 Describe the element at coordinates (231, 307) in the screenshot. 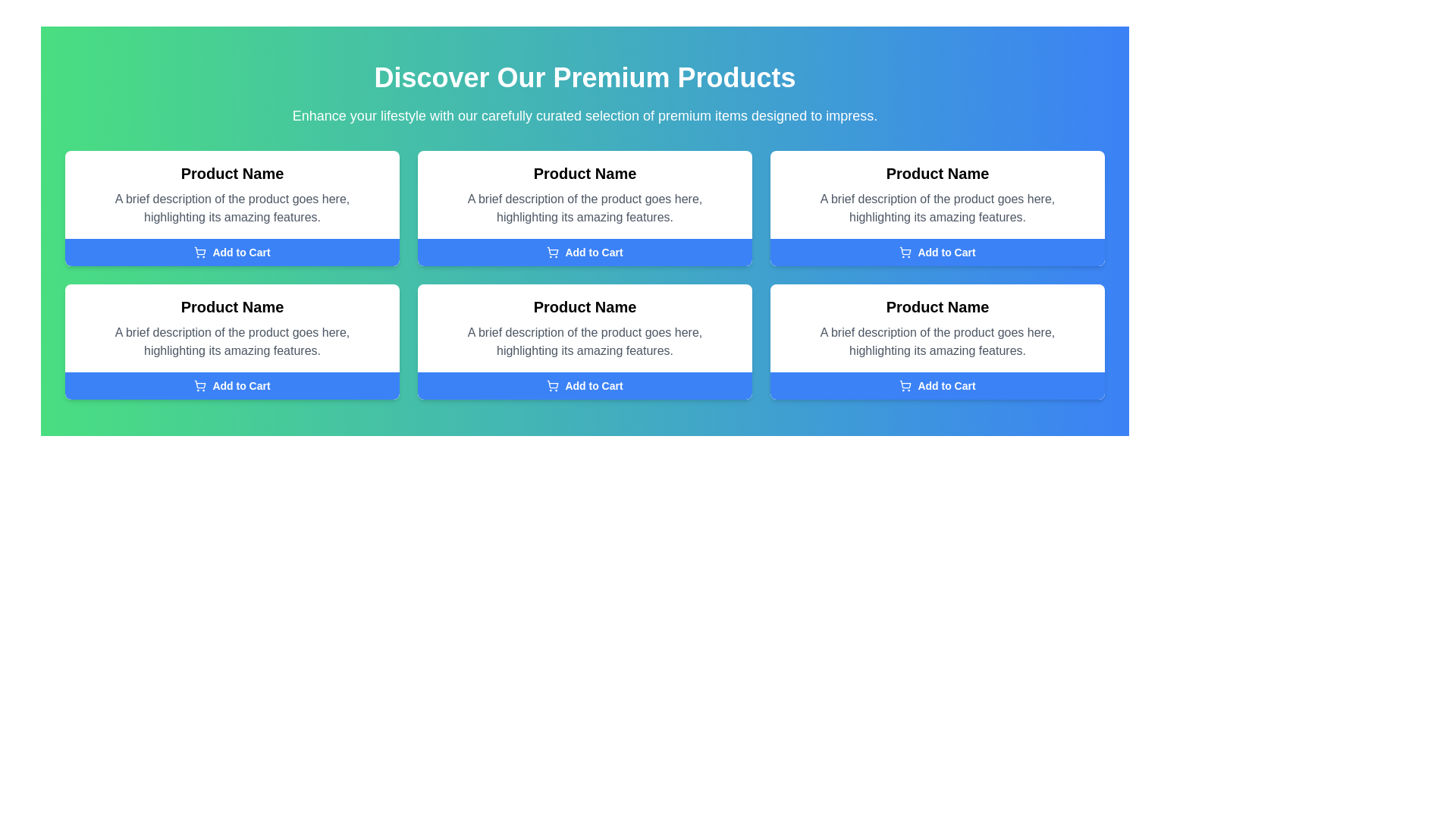

I see `the bold, black text label reading 'Product Name' at the top of the card in the second row and first column of the grid layout` at that location.